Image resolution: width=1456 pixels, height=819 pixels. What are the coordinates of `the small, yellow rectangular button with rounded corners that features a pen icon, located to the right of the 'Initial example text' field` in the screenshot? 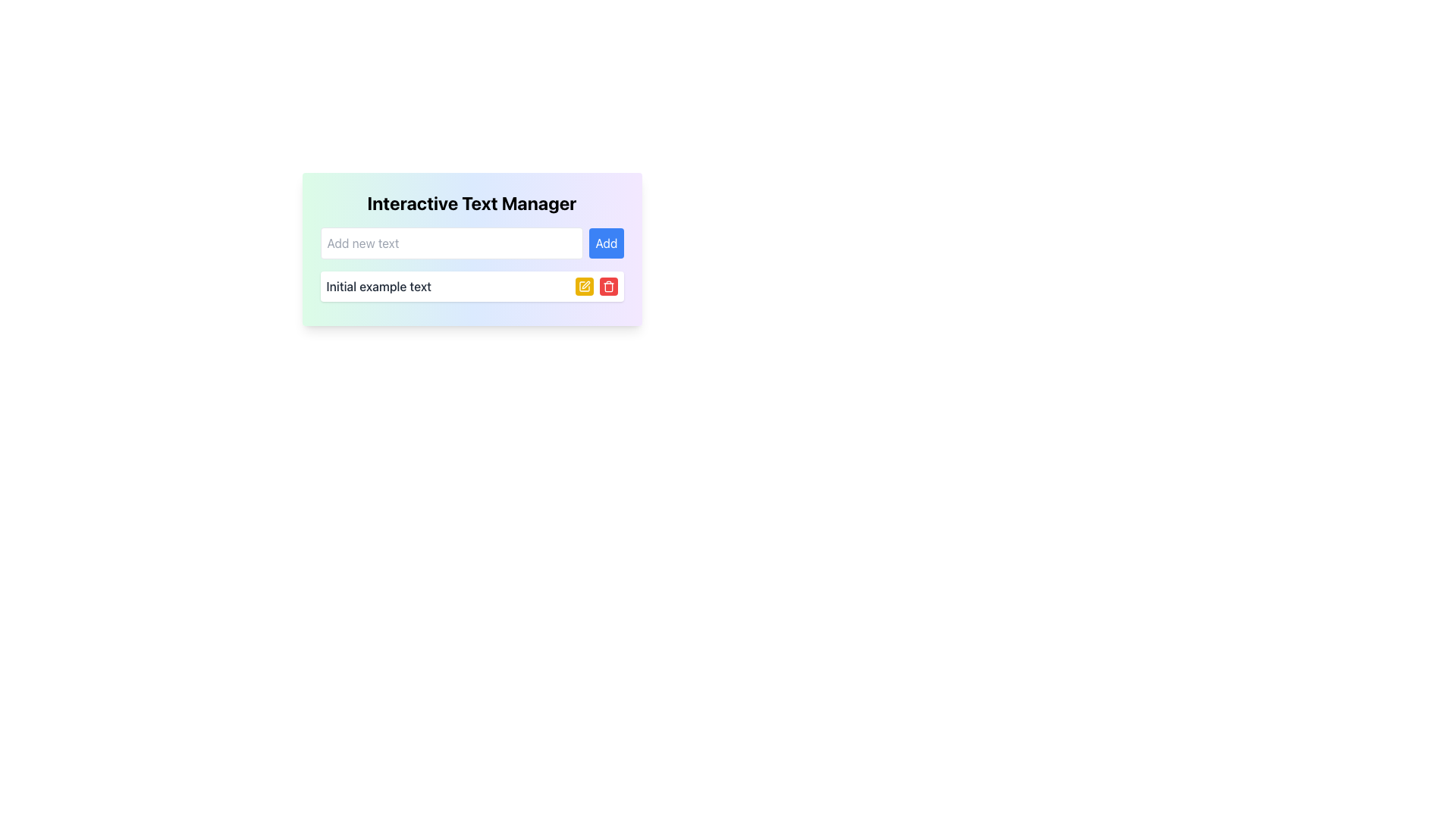 It's located at (583, 287).